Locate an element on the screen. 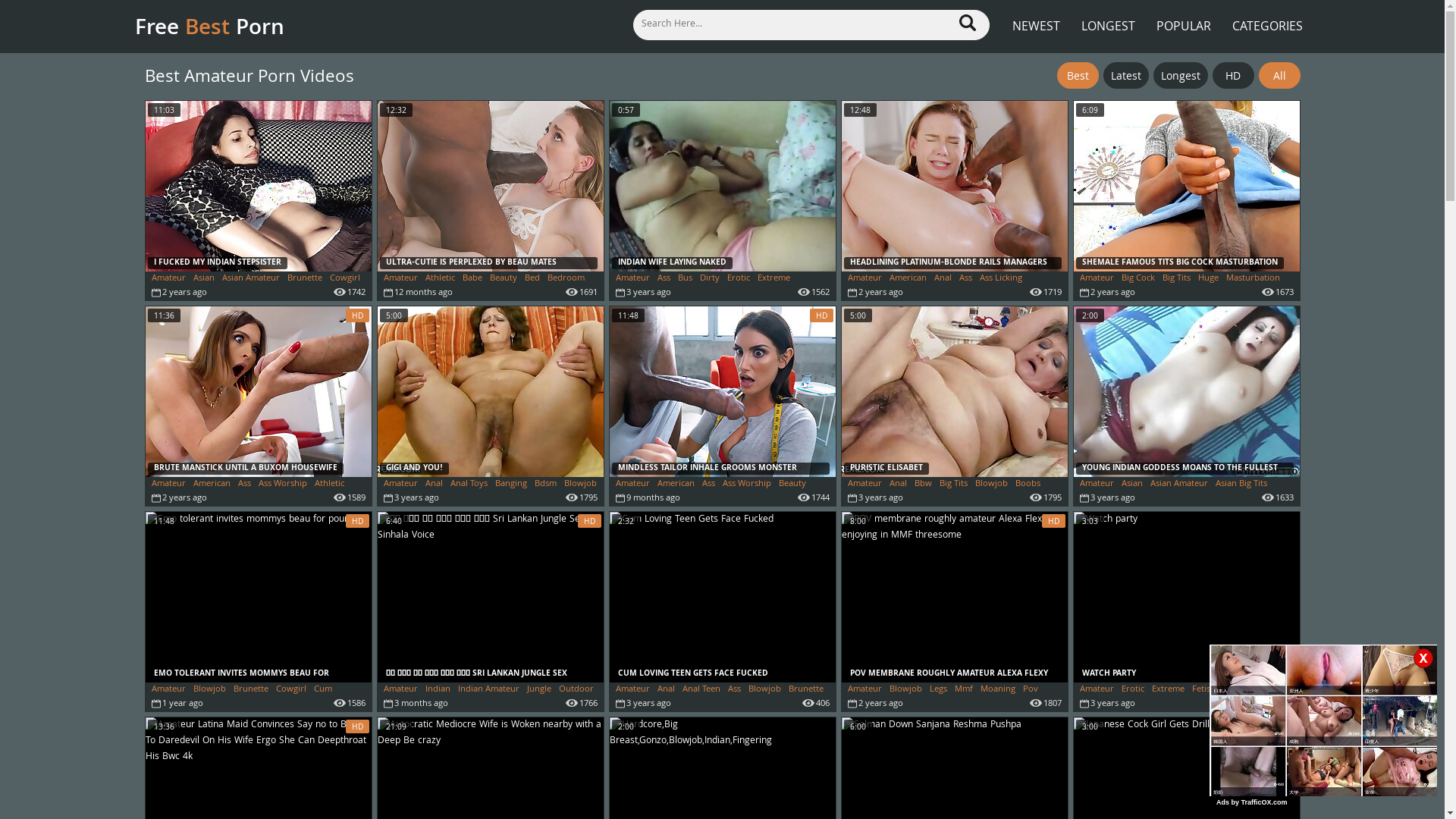 Image resolution: width=1456 pixels, height=819 pixels. 'WATCH PARTY' is located at coordinates (1185, 596).